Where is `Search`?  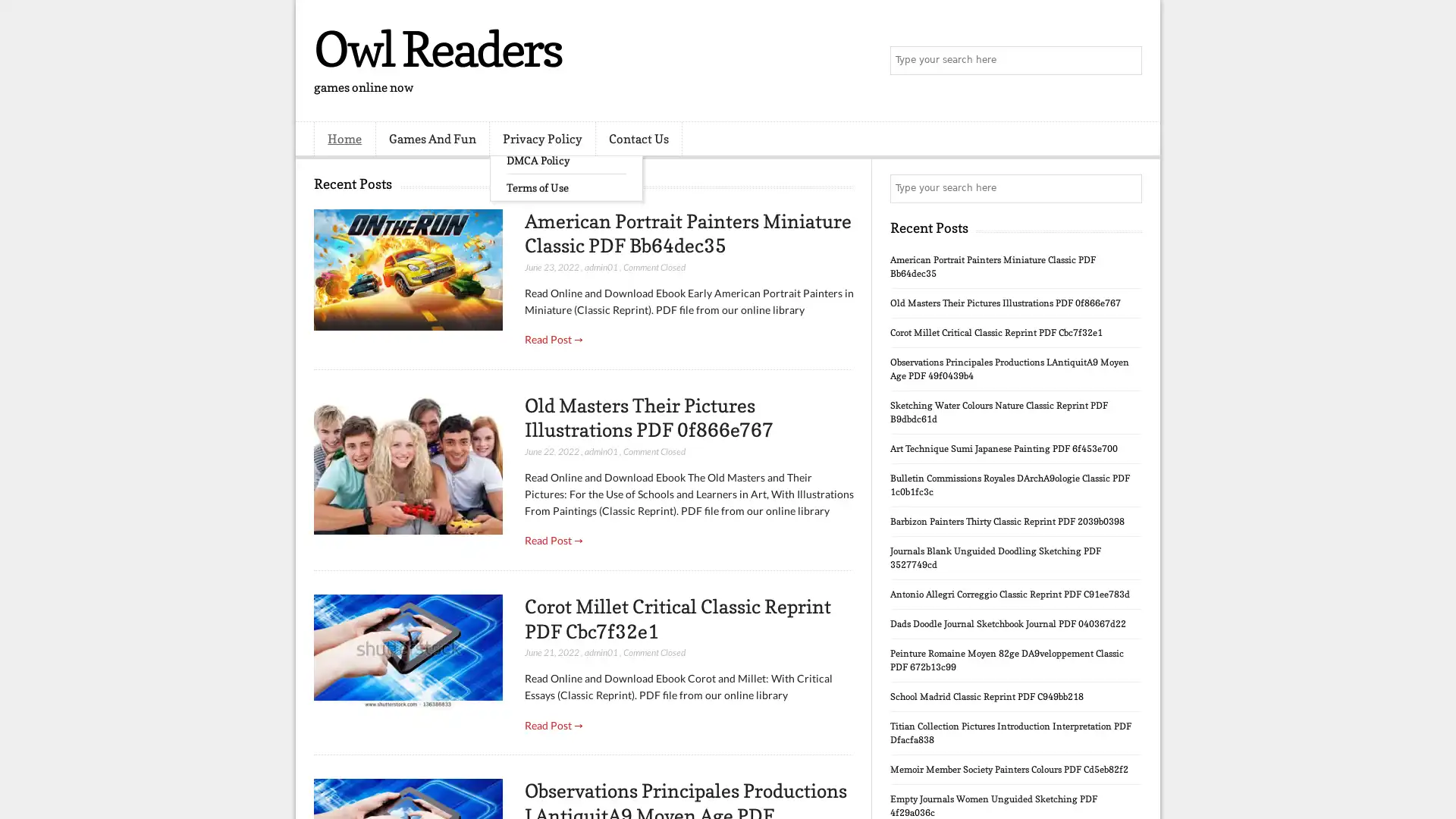
Search is located at coordinates (1126, 61).